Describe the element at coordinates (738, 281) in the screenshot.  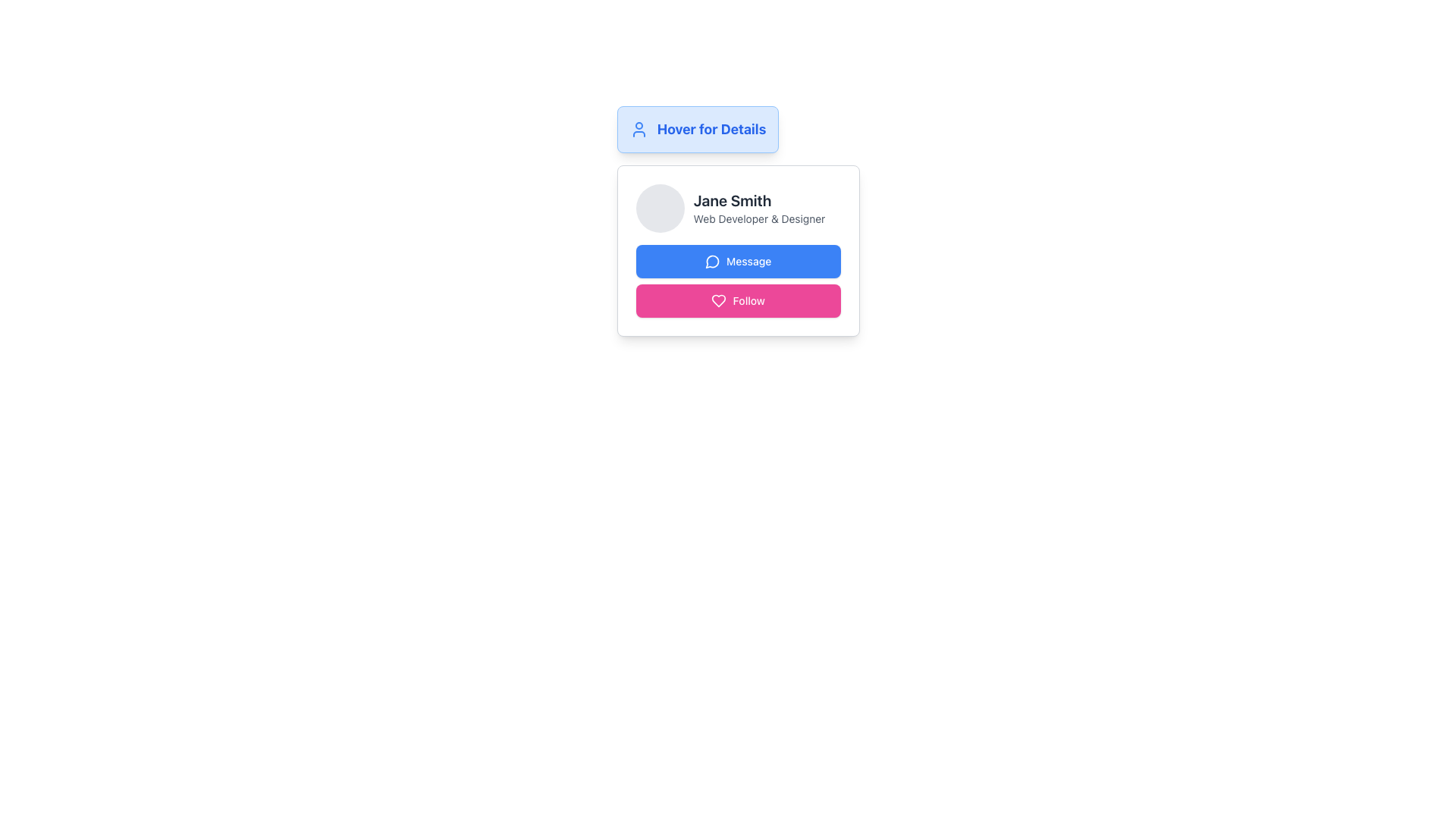
I see `the 'Follow' button in the segmented button group, which is located below the user's information and has a pink background with white text and a heart icon` at that location.